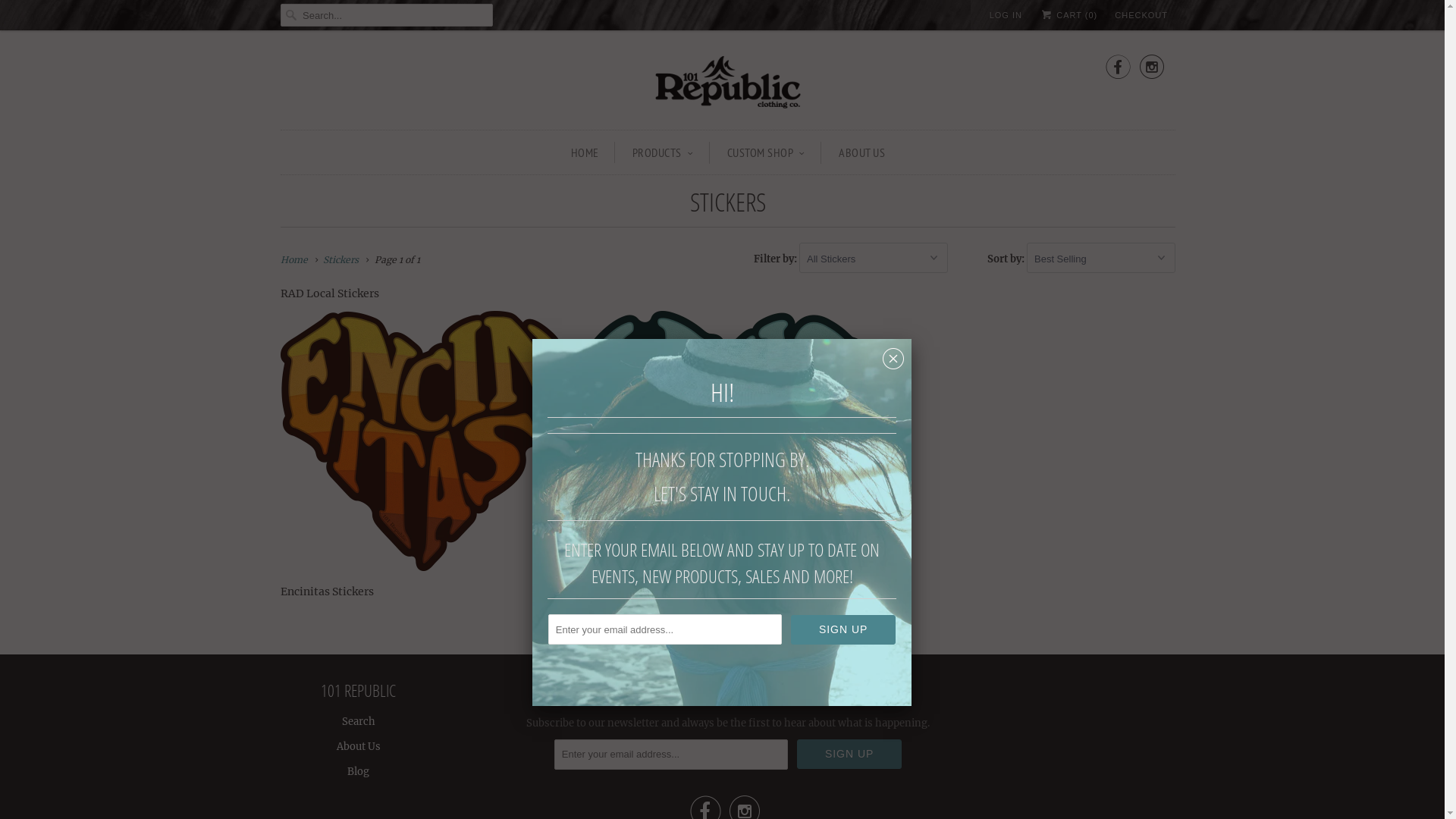 This screenshot has width=1456, height=819. Describe the element at coordinates (848, 754) in the screenshot. I see `'Sign Up'` at that location.